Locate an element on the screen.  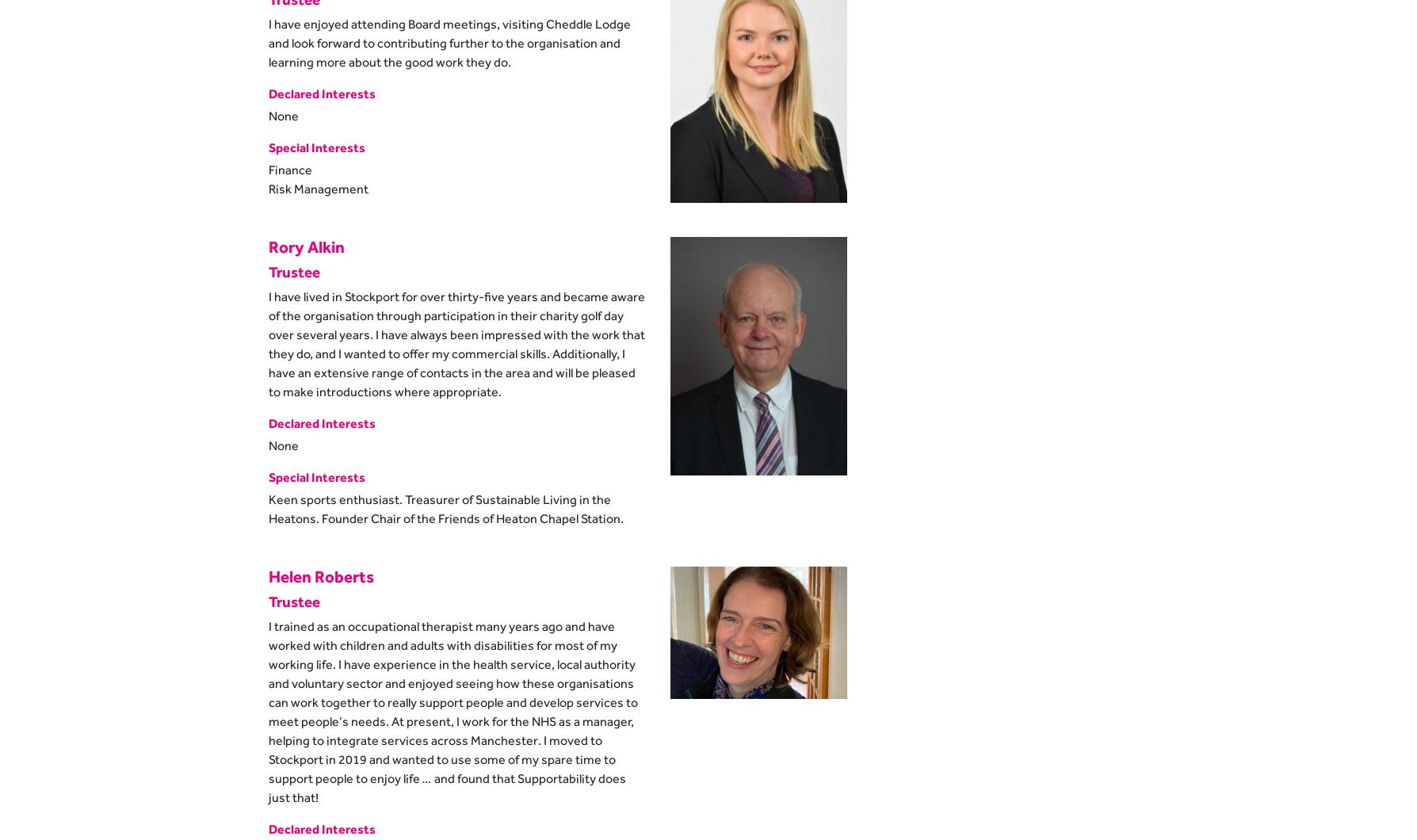
'Finance' is located at coordinates (289, 168).